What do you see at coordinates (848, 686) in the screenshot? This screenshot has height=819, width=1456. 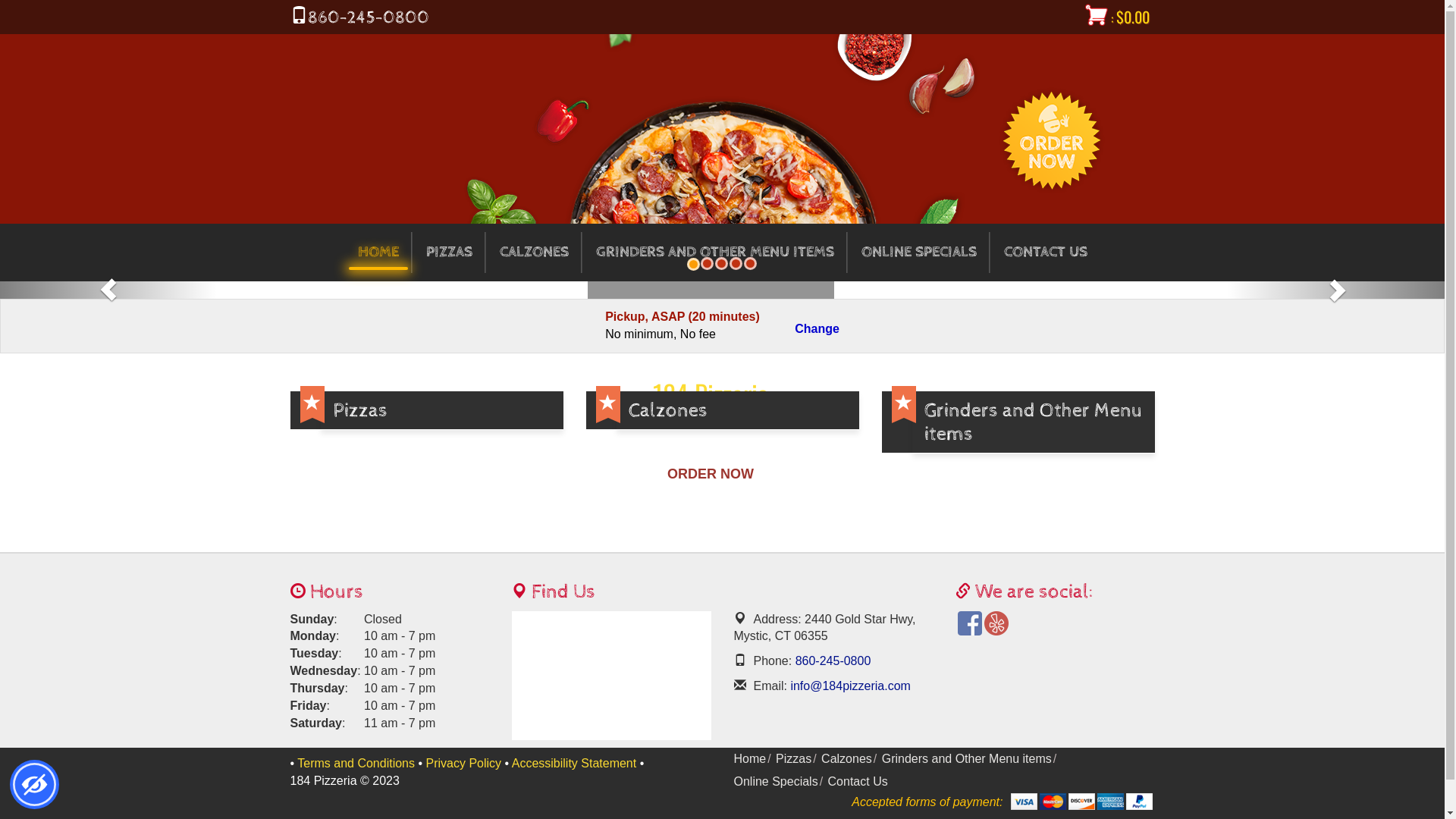 I see `'info@184pizzeria.com'` at bounding box center [848, 686].